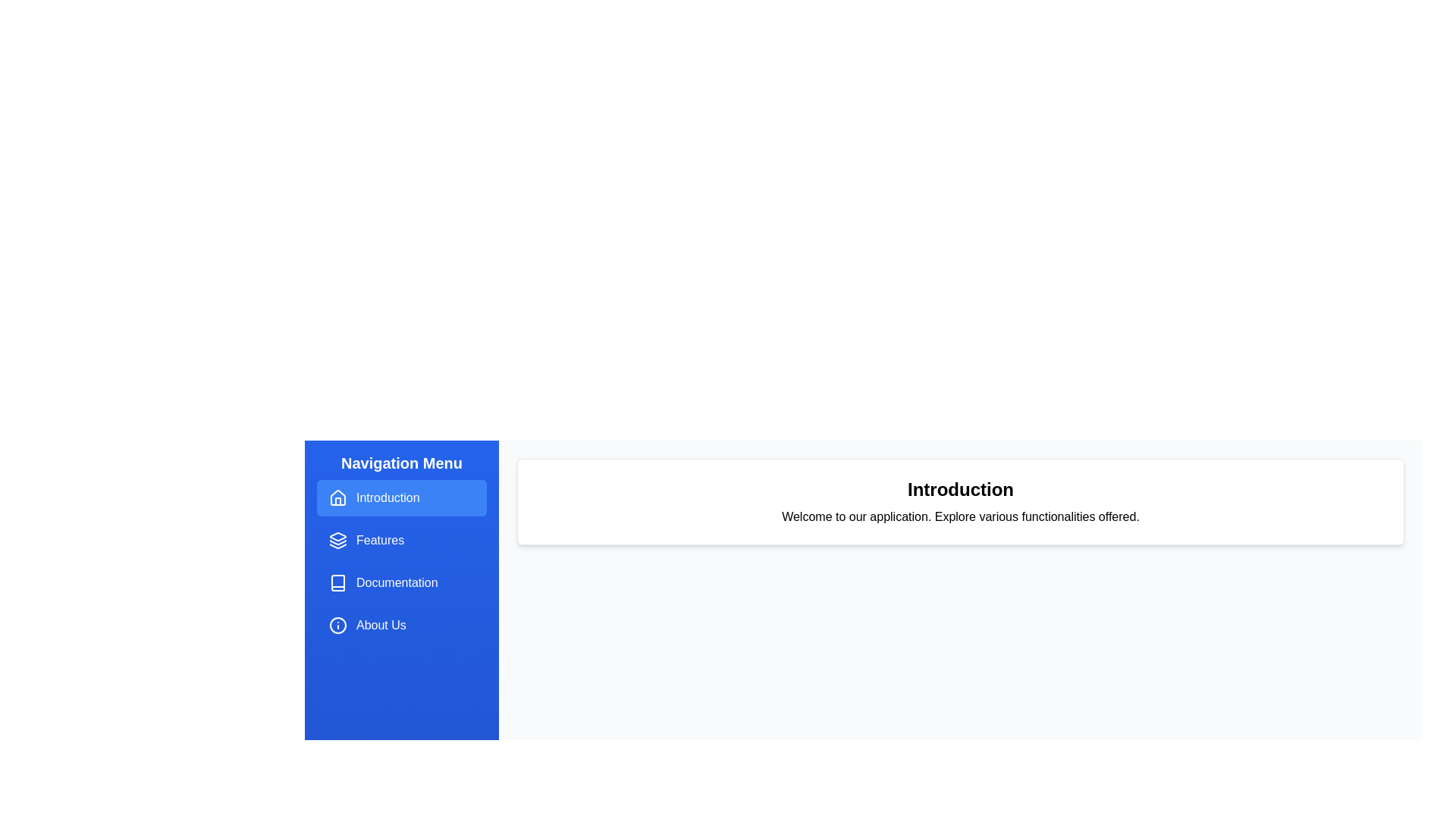 Image resolution: width=1456 pixels, height=819 pixels. What do you see at coordinates (401, 540) in the screenshot?
I see `the 'Features' menu item in the navigation sidebar` at bounding box center [401, 540].